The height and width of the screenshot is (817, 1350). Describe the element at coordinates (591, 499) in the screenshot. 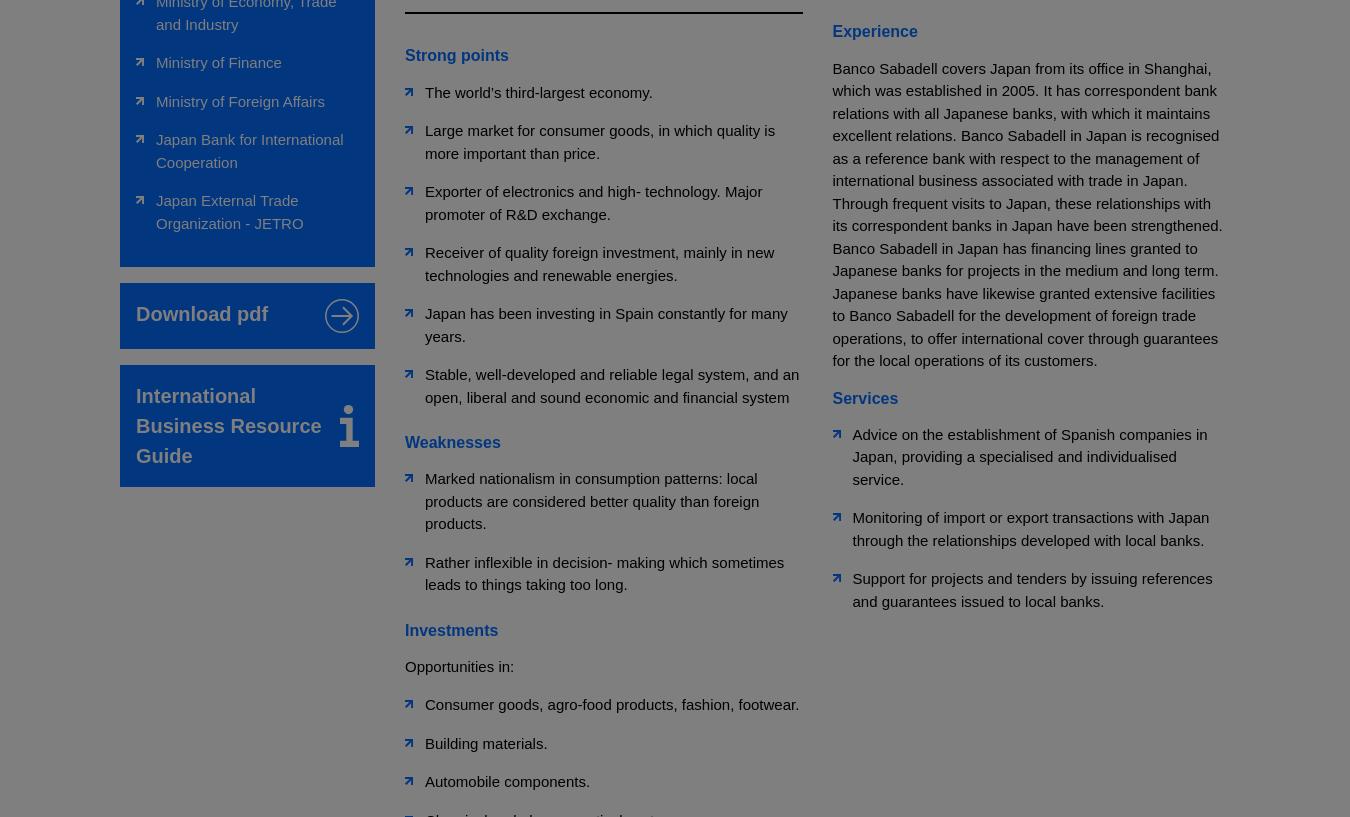

I see `'Marked nationalism in consumption patterns: local products are considered better quality than foreign products.'` at that location.